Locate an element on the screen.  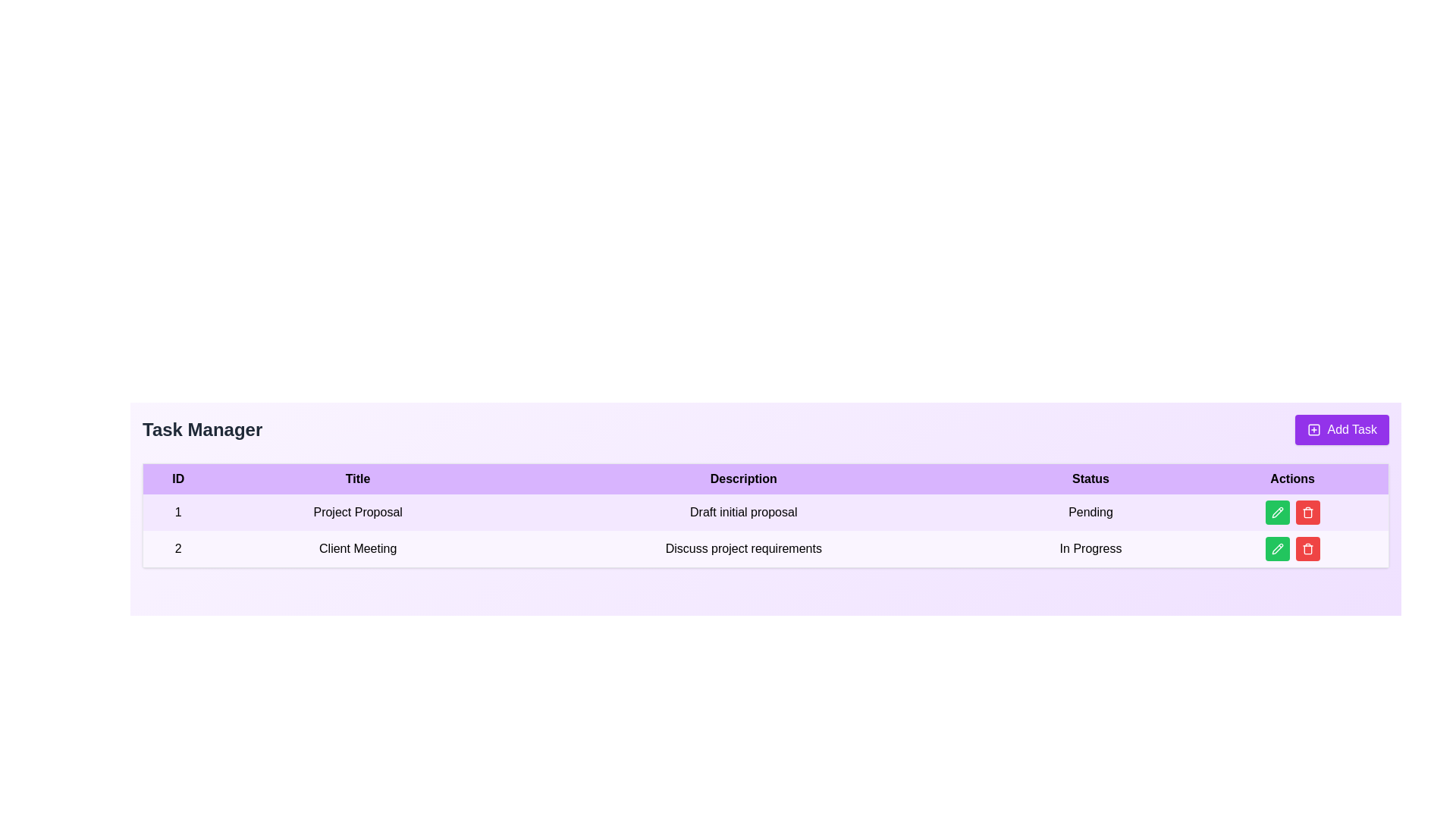
the green edit button with a pencil icon located in the second row of the 'Actions' column in the task management interface is located at coordinates (1276, 549).